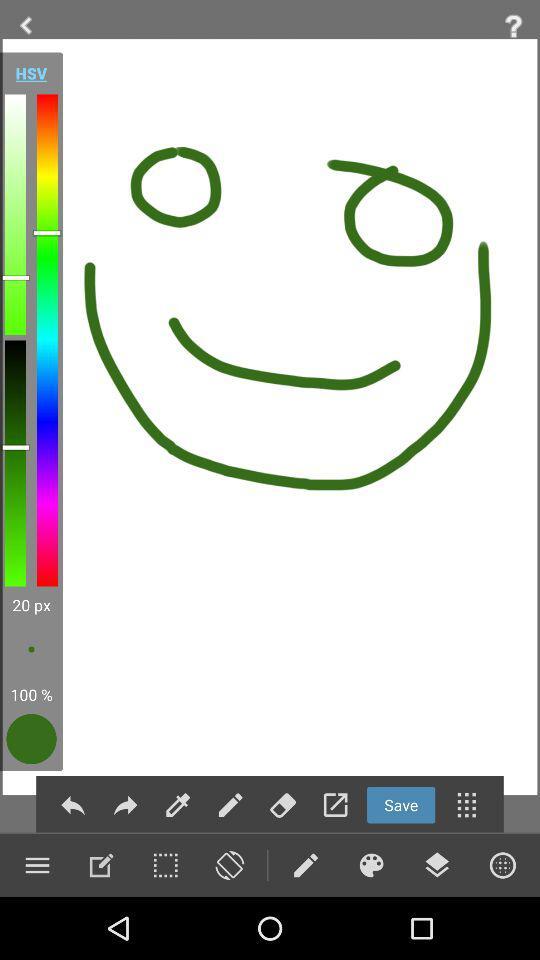 The width and height of the screenshot is (540, 960). I want to click on arisar, so click(282, 805).